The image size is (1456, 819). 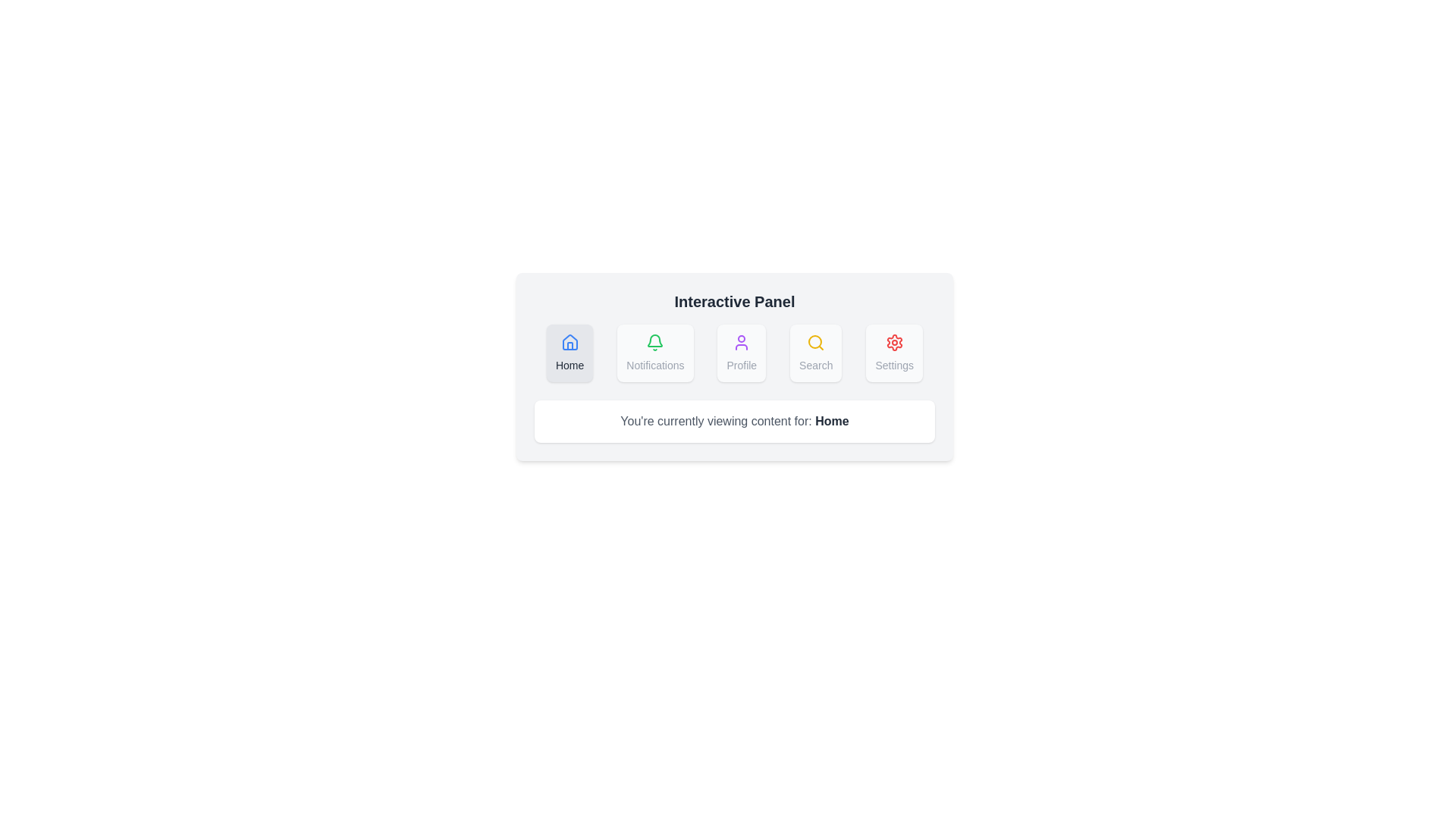 What do you see at coordinates (894, 342) in the screenshot?
I see `the red cogwheel icon located in the Settings section of the bottom panel` at bounding box center [894, 342].